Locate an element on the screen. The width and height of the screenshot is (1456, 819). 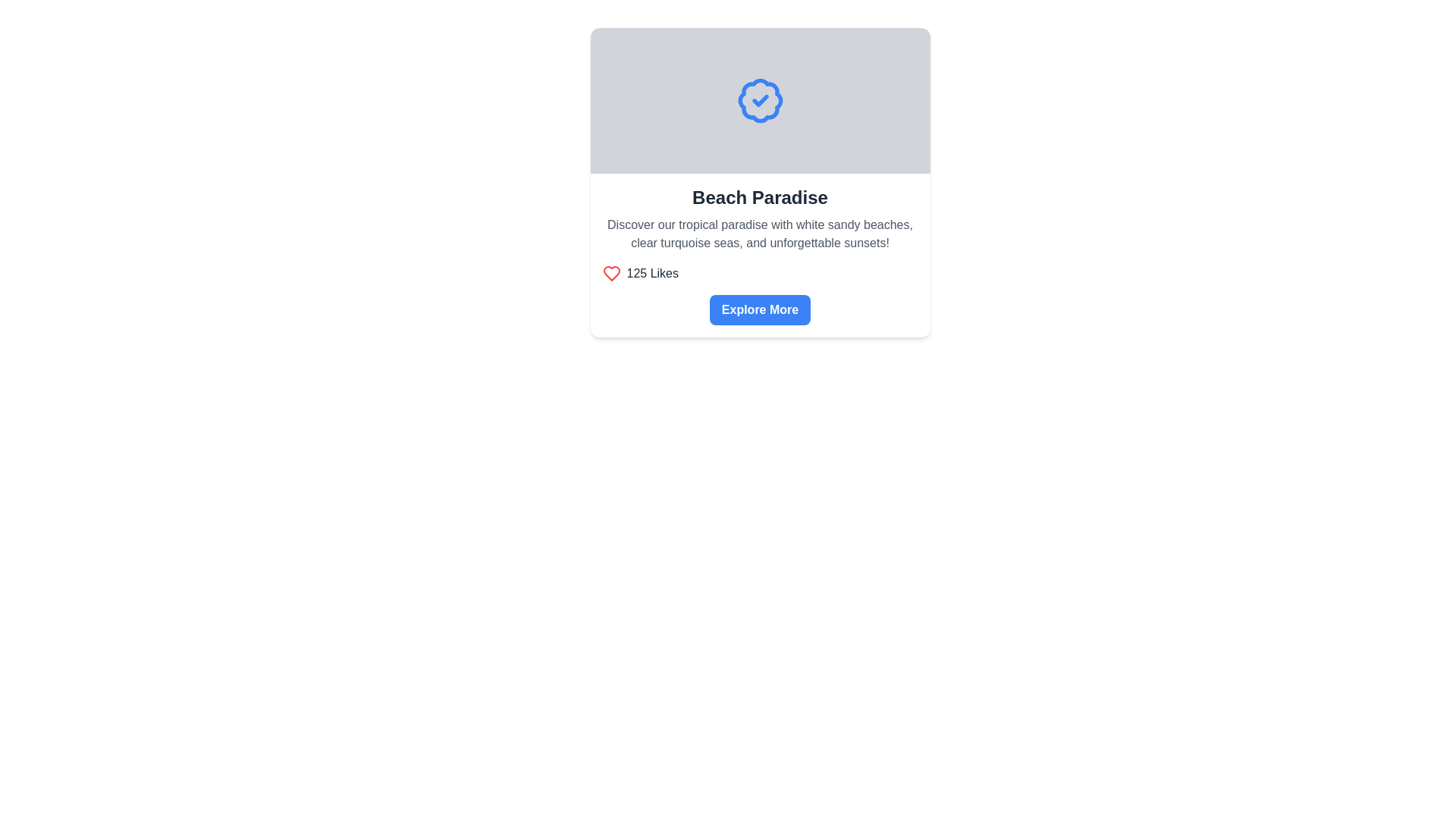
the text label displaying '125 Likes', which is positioned to the right of a small red heart icon, located below 'Beach Paradise' and above the 'Explore More' button is located at coordinates (652, 274).